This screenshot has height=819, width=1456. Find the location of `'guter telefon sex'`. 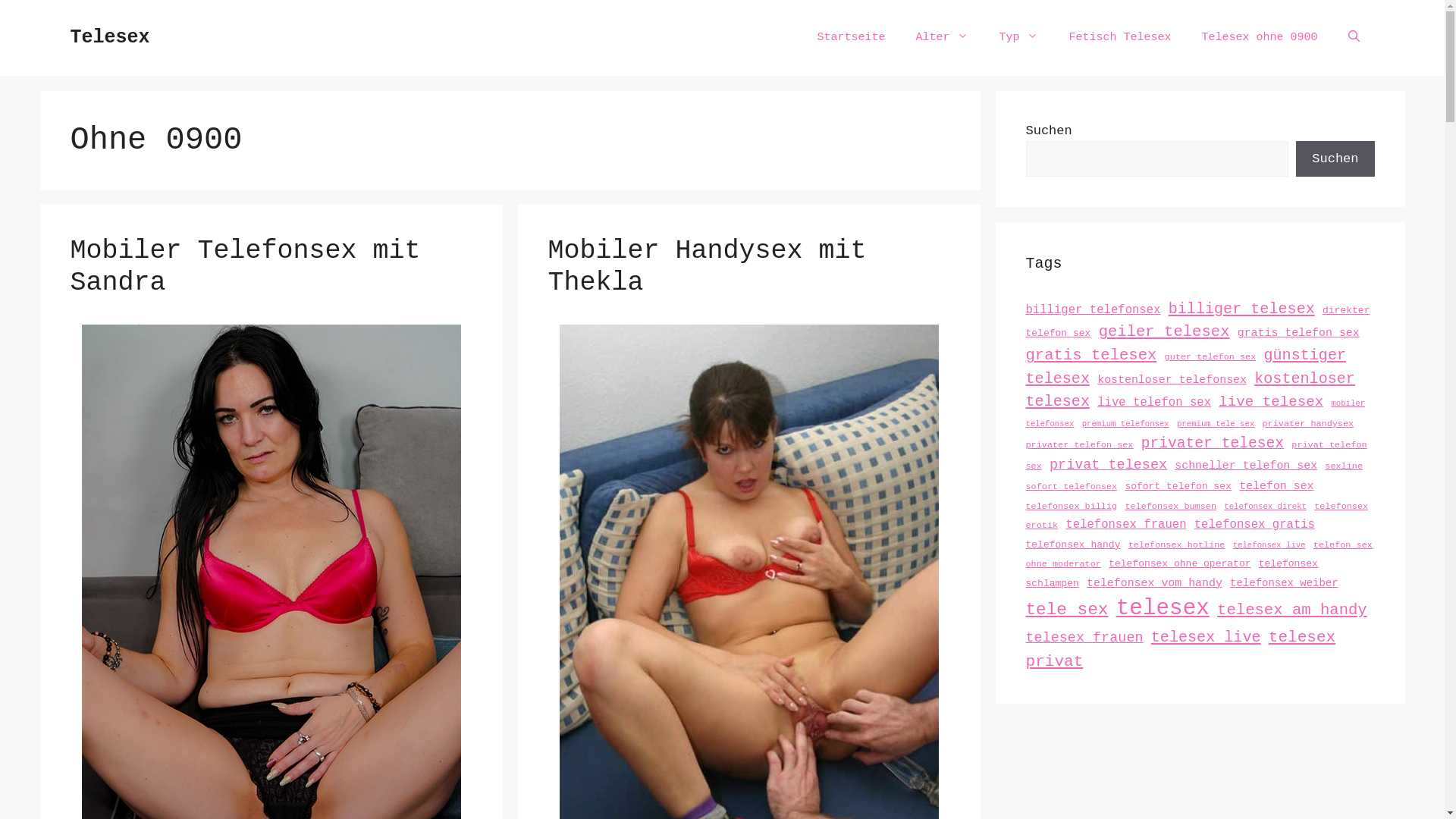

'guter telefon sex' is located at coordinates (1210, 356).